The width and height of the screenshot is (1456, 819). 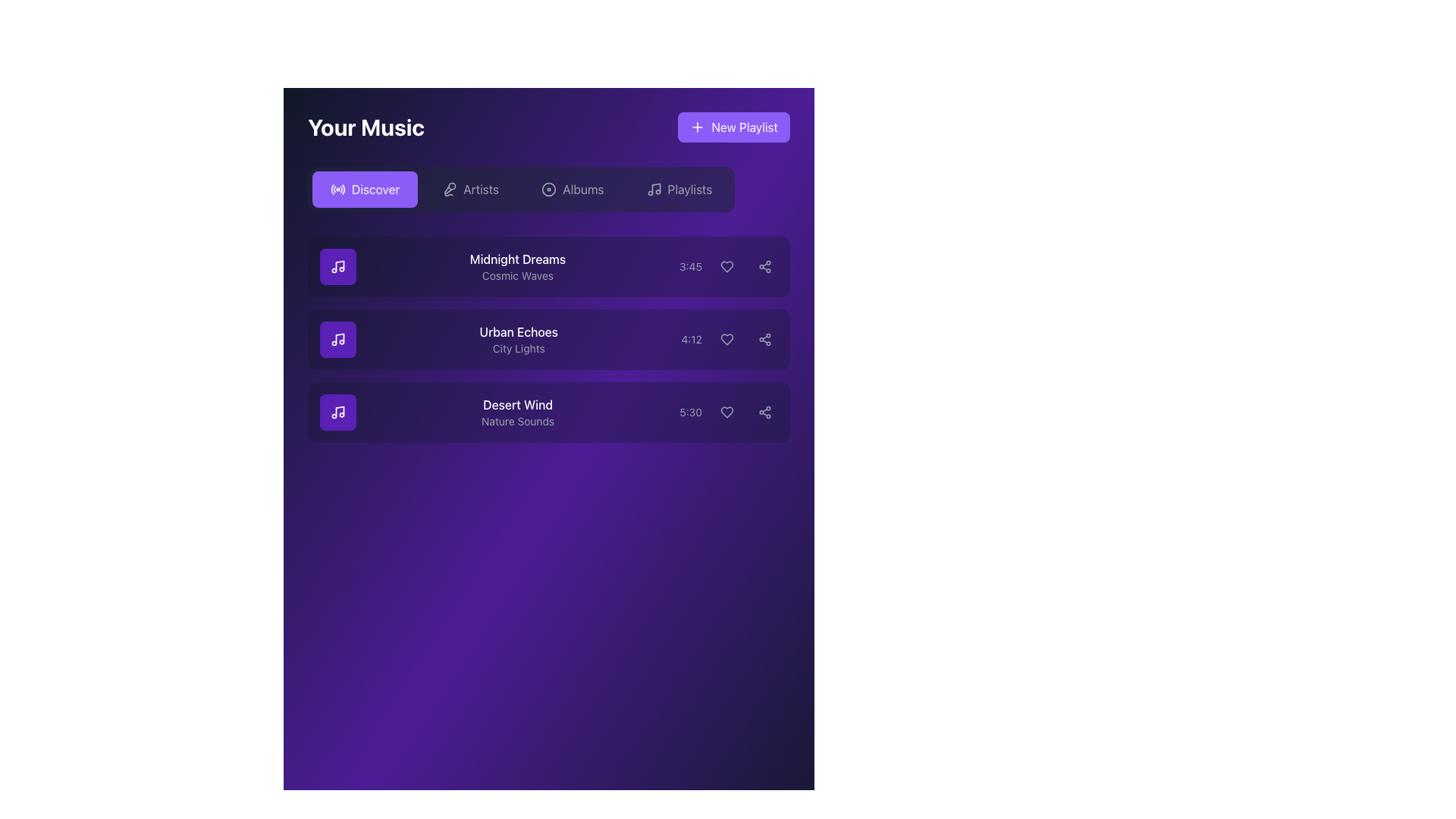 What do you see at coordinates (764, 265) in the screenshot?
I see `the circular share button with three connected dots, located to the far right in the row for the song 'Midnight Dreams', to share the item` at bounding box center [764, 265].